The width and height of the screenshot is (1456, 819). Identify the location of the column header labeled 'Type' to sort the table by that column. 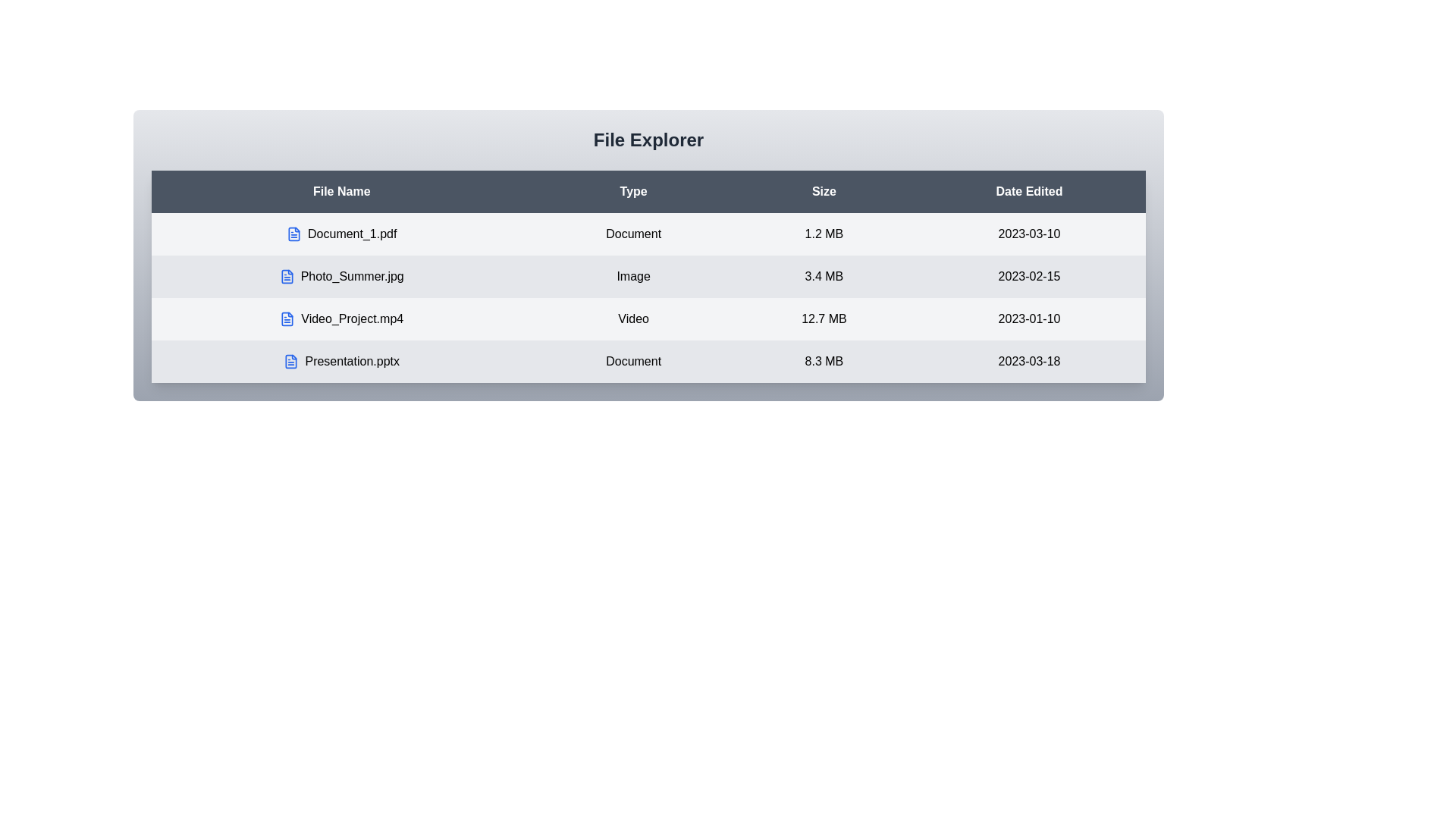
(633, 191).